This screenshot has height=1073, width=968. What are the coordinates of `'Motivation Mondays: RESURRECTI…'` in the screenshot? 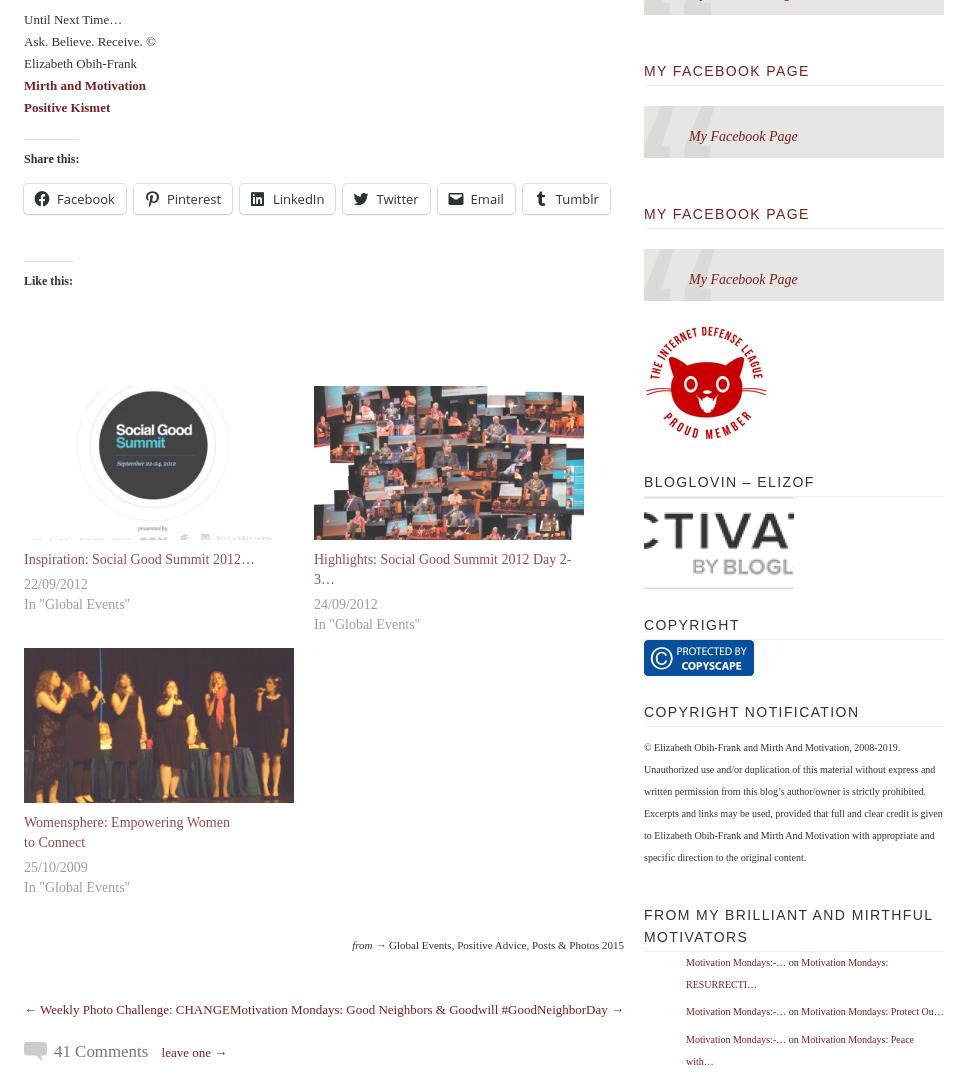 It's located at (785, 972).